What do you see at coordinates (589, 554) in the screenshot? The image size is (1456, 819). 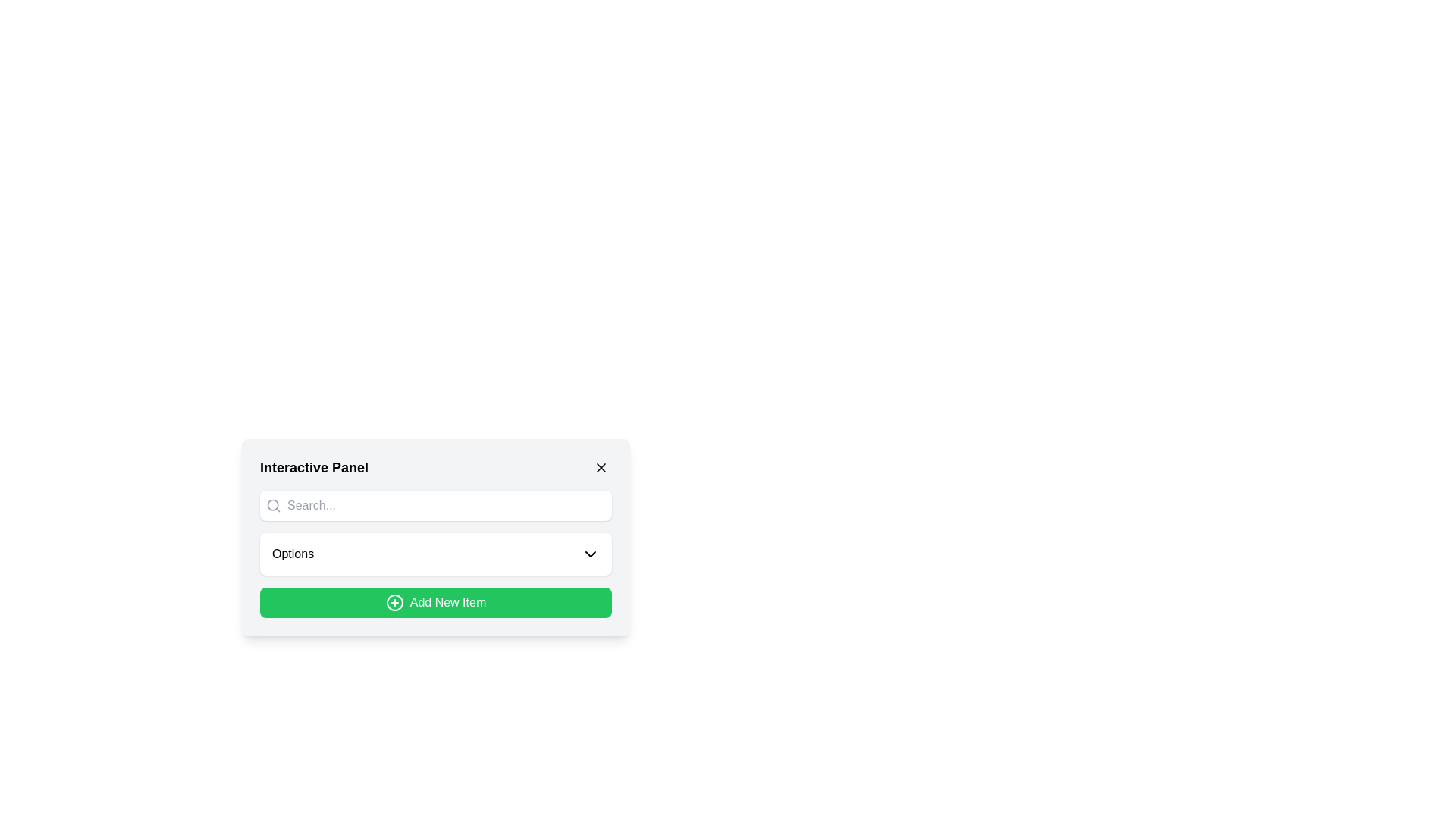 I see `the downward-facing chevron icon located to the right side of the 'Options' label` at bounding box center [589, 554].